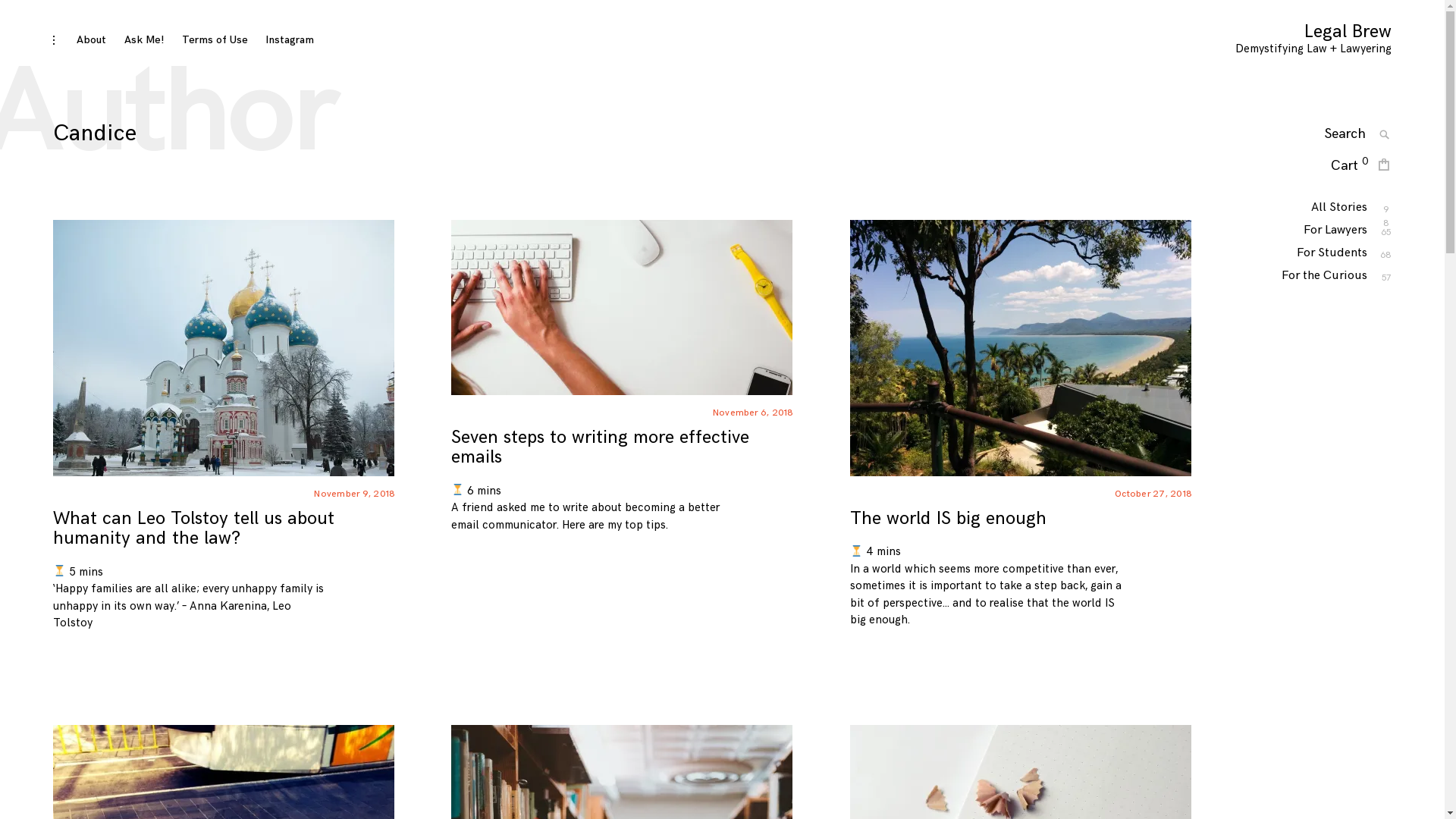 Image resolution: width=1456 pixels, height=819 pixels. Describe the element at coordinates (599, 446) in the screenshot. I see `'Seven steps to writing more effective emails'` at that location.